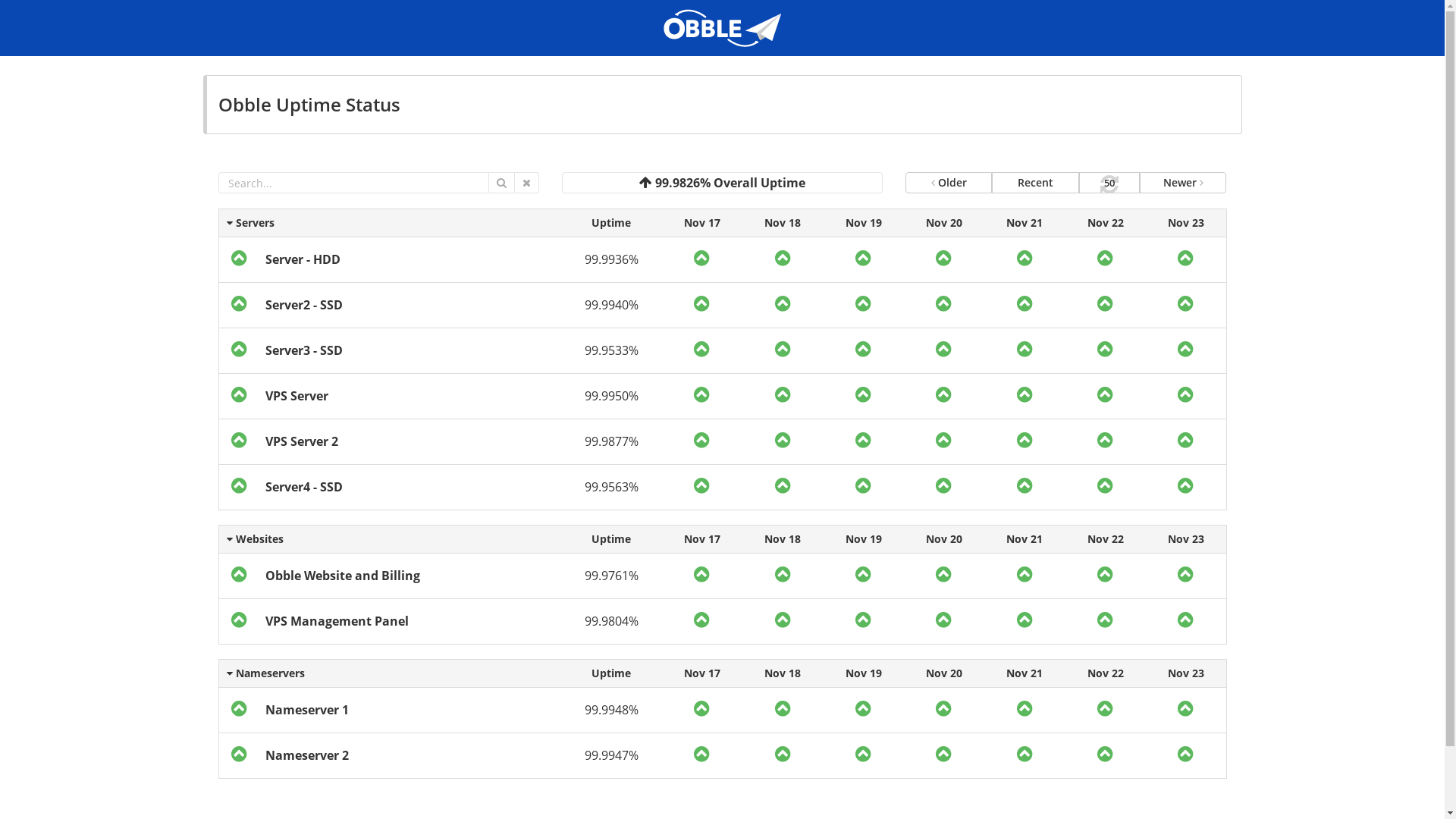 This screenshot has width=1456, height=819. Describe the element at coordinates (218, 222) in the screenshot. I see `'Servers'` at that location.